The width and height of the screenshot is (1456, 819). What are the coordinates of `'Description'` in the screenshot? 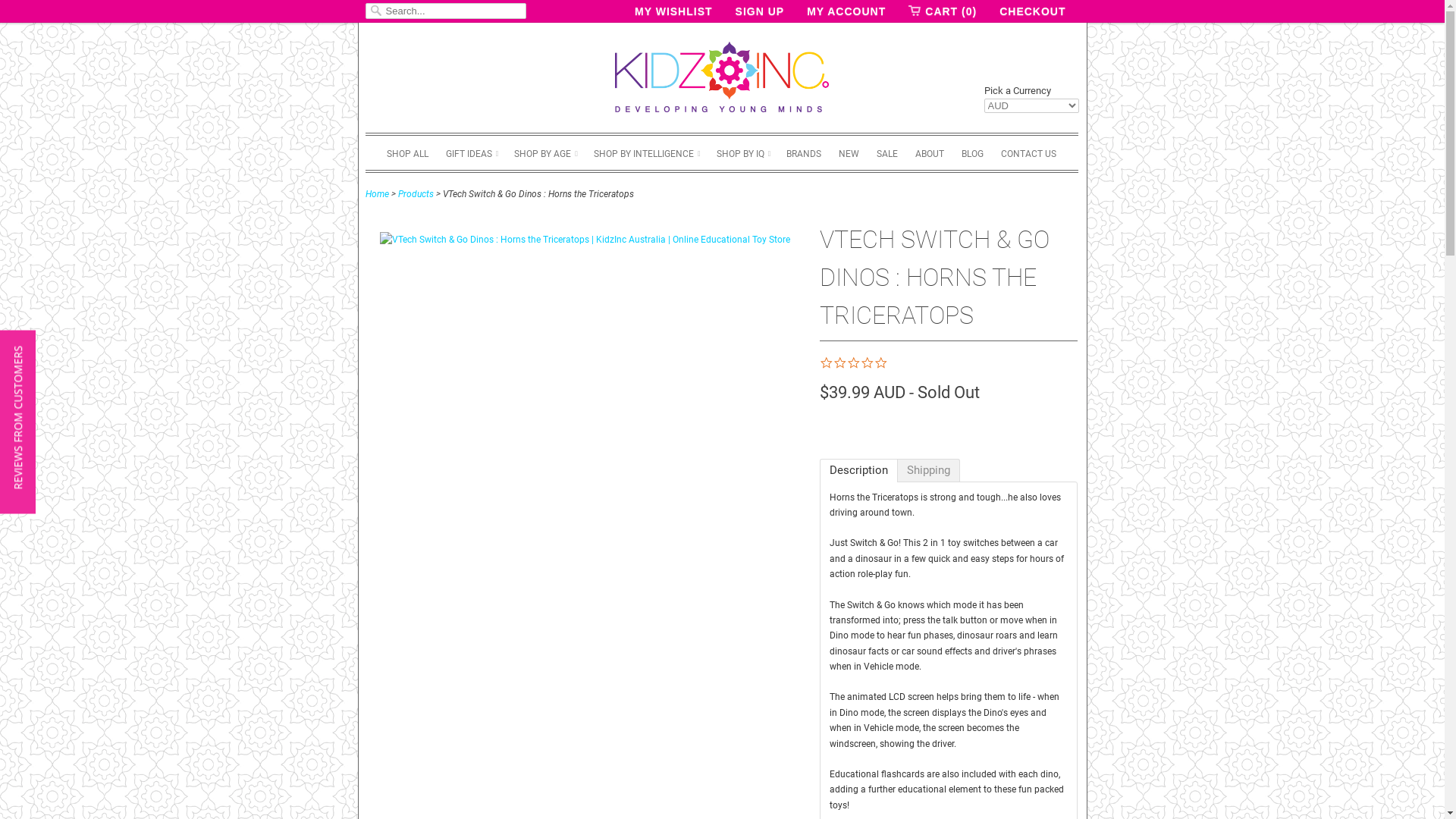 It's located at (858, 469).